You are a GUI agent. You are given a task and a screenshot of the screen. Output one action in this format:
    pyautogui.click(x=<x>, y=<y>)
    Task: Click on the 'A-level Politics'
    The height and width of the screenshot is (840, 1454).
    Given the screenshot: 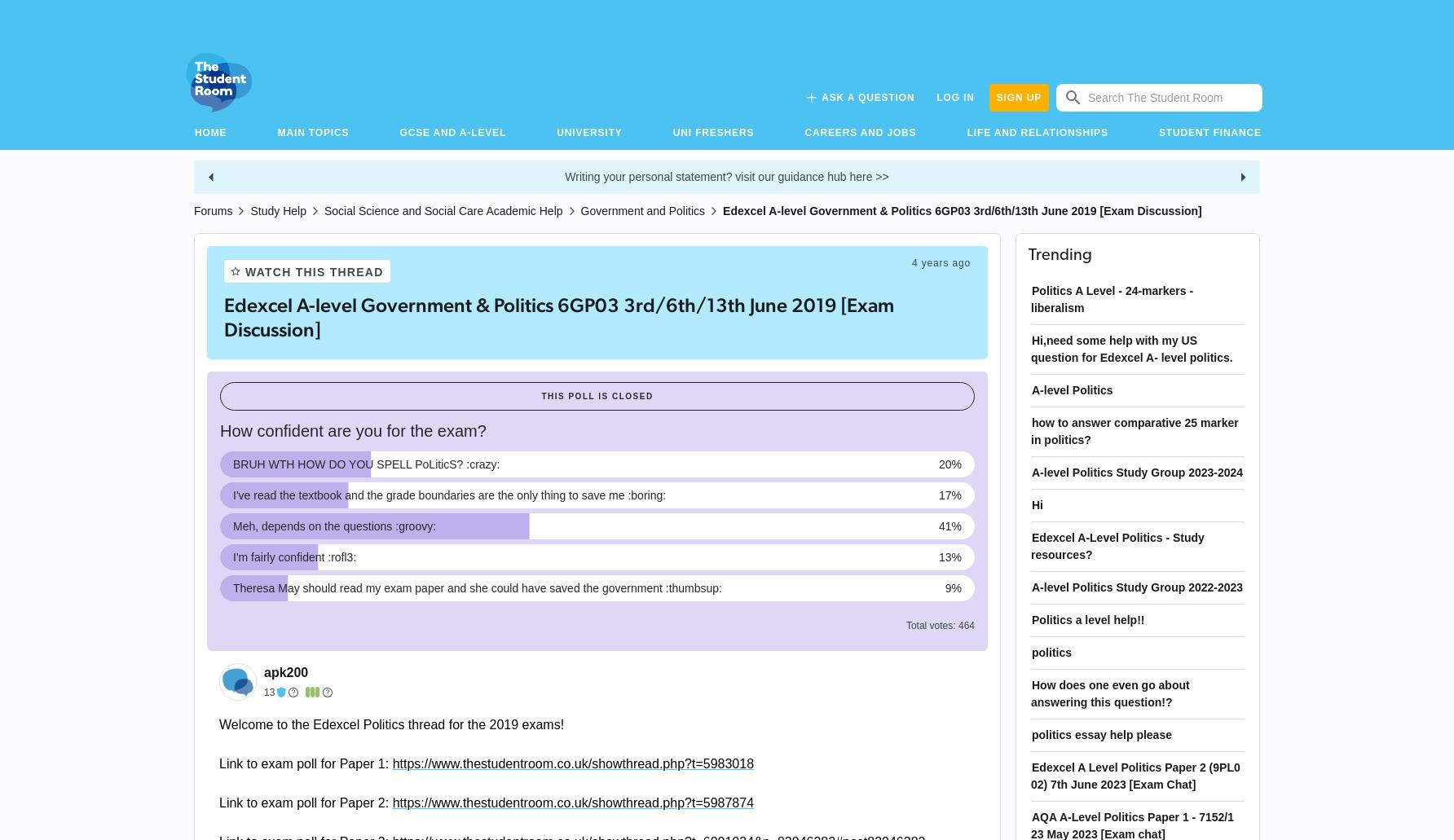 What is the action you would take?
    pyautogui.click(x=1071, y=390)
    